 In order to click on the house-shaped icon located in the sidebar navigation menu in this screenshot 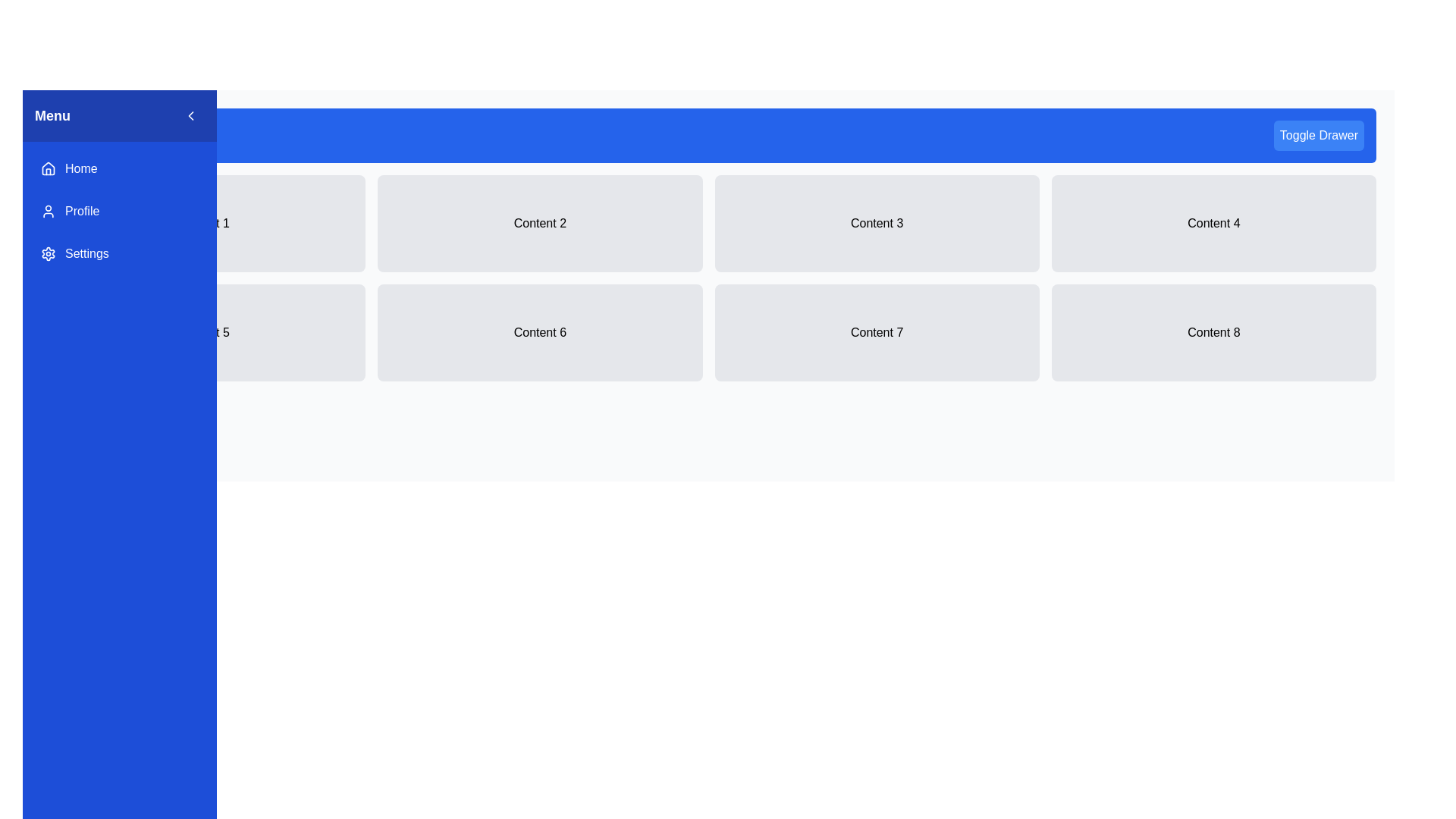, I will do `click(48, 169)`.